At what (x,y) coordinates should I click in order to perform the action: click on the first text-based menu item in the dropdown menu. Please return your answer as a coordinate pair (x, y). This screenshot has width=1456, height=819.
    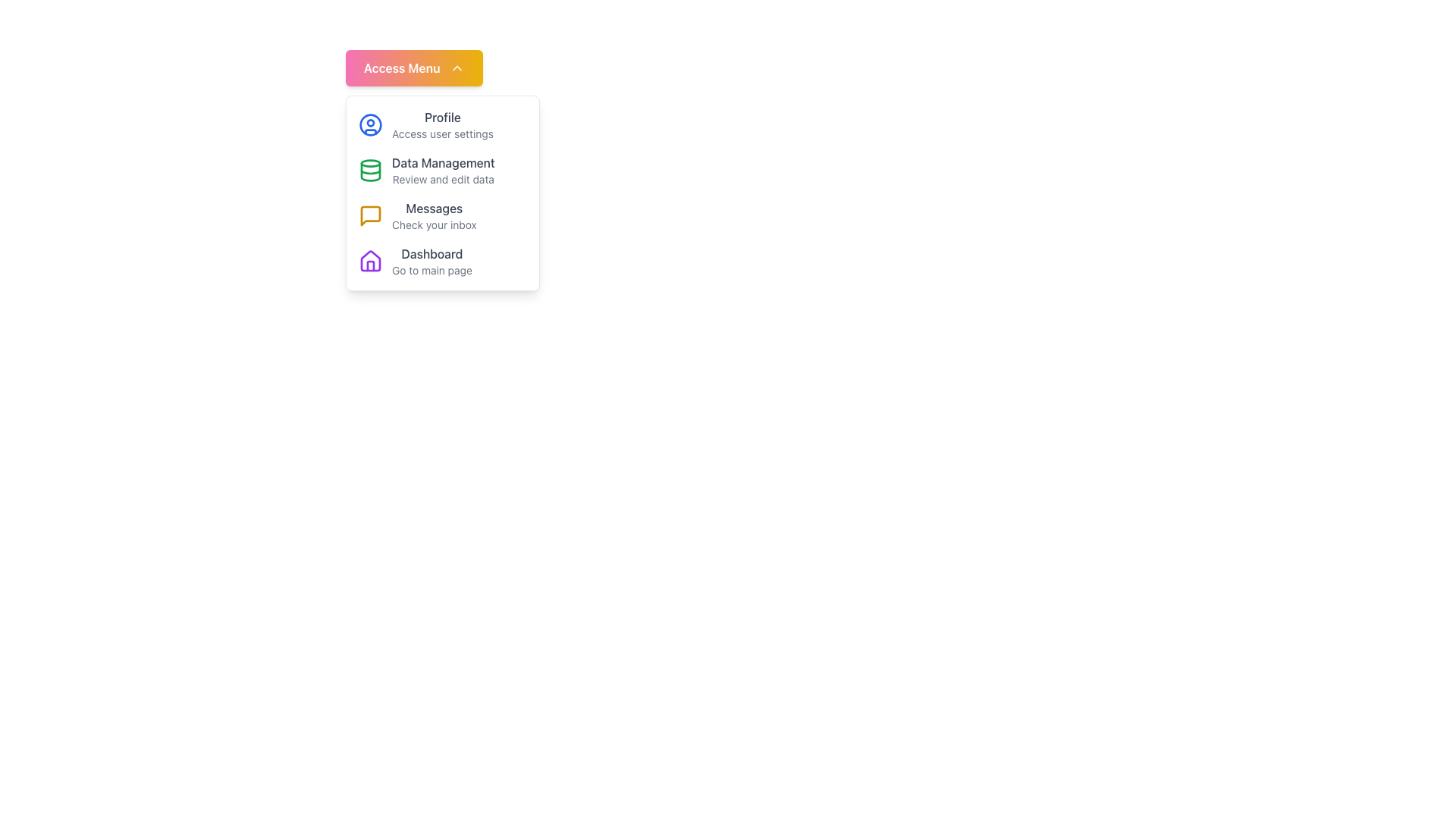
    Looking at the image, I should click on (441, 124).